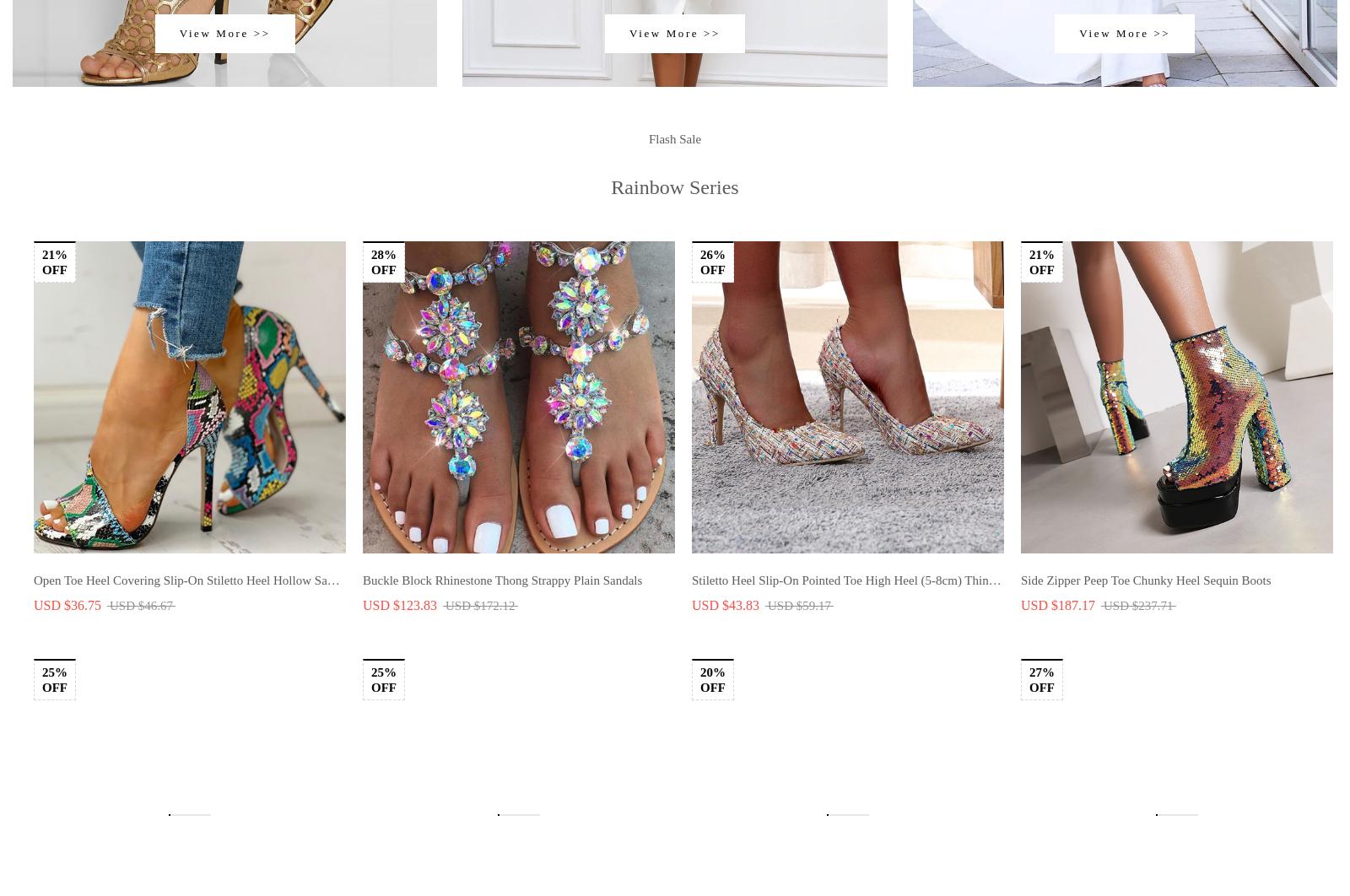 This screenshot has width=1350, height=896. What do you see at coordinates (67, 661) in the screenshot?
I see `'USD $62.17'` at bounding box center [67, 661].